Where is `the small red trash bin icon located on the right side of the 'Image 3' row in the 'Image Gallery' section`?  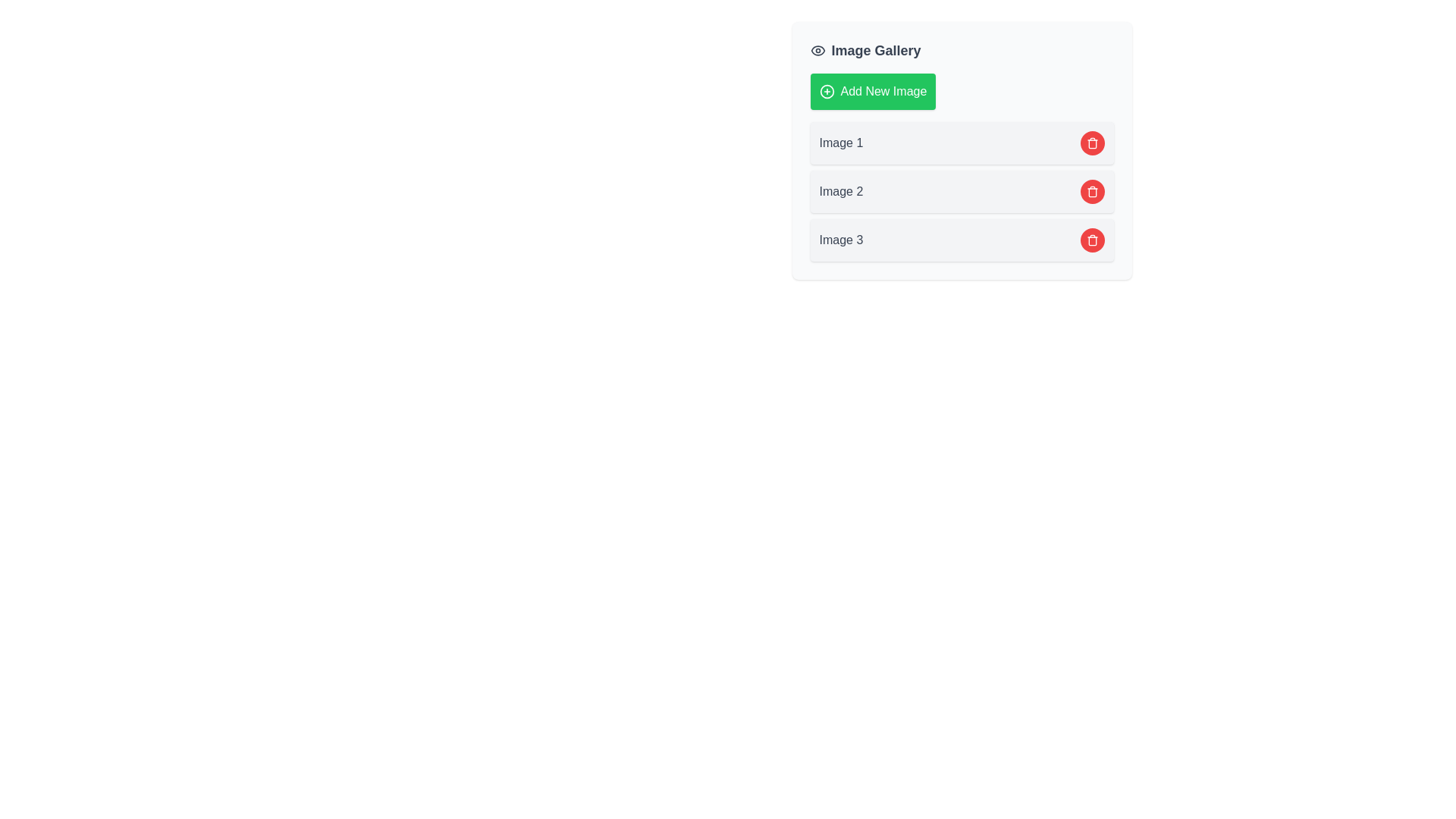 the small red trash bin icon located on the right side of the 'Image 3' row in the 'Image Gallery' section is located at coordinates (1092, 191).